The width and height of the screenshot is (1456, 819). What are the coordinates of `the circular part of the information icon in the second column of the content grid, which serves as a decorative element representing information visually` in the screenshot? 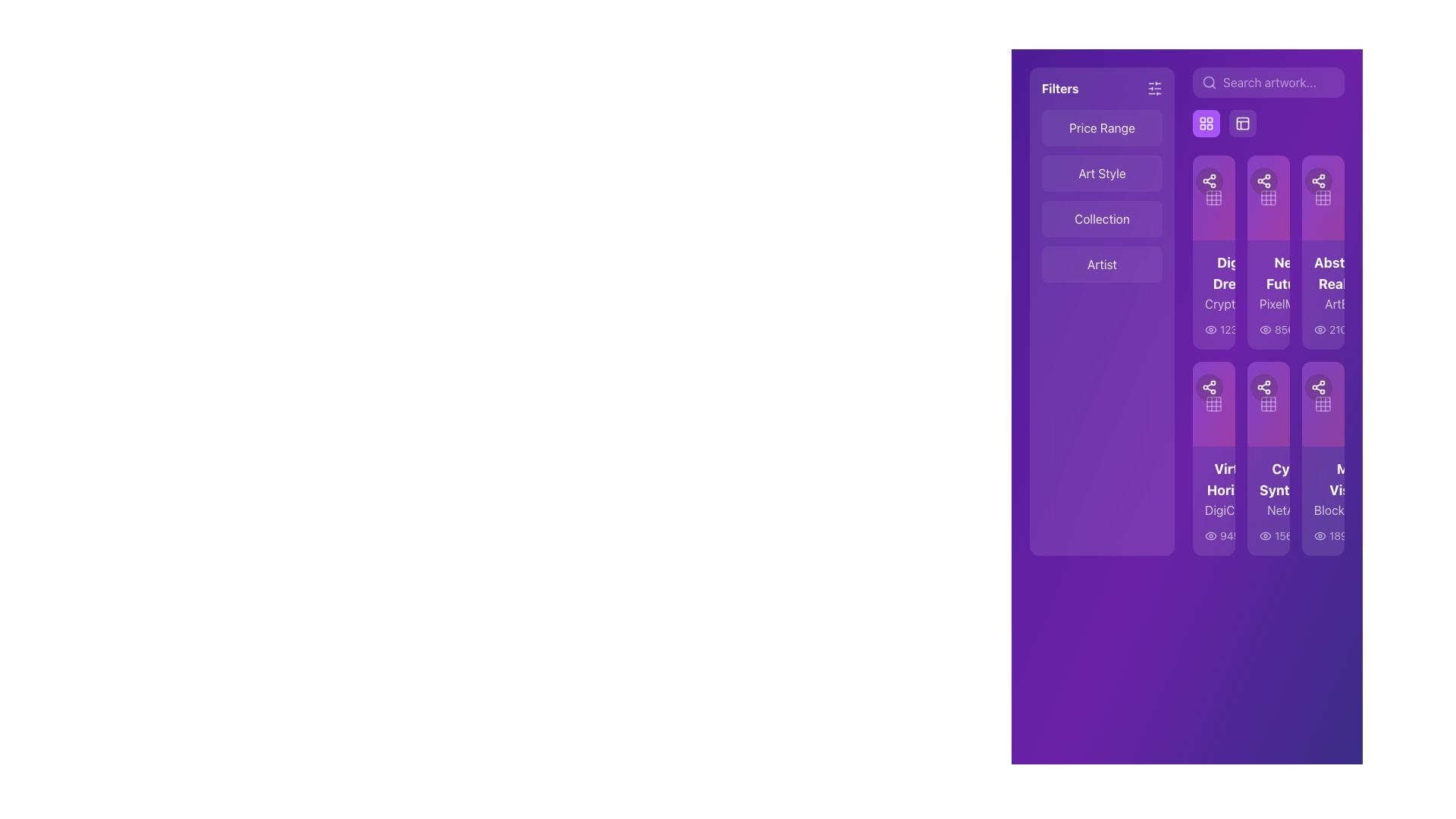 It's located at (1278, 329).